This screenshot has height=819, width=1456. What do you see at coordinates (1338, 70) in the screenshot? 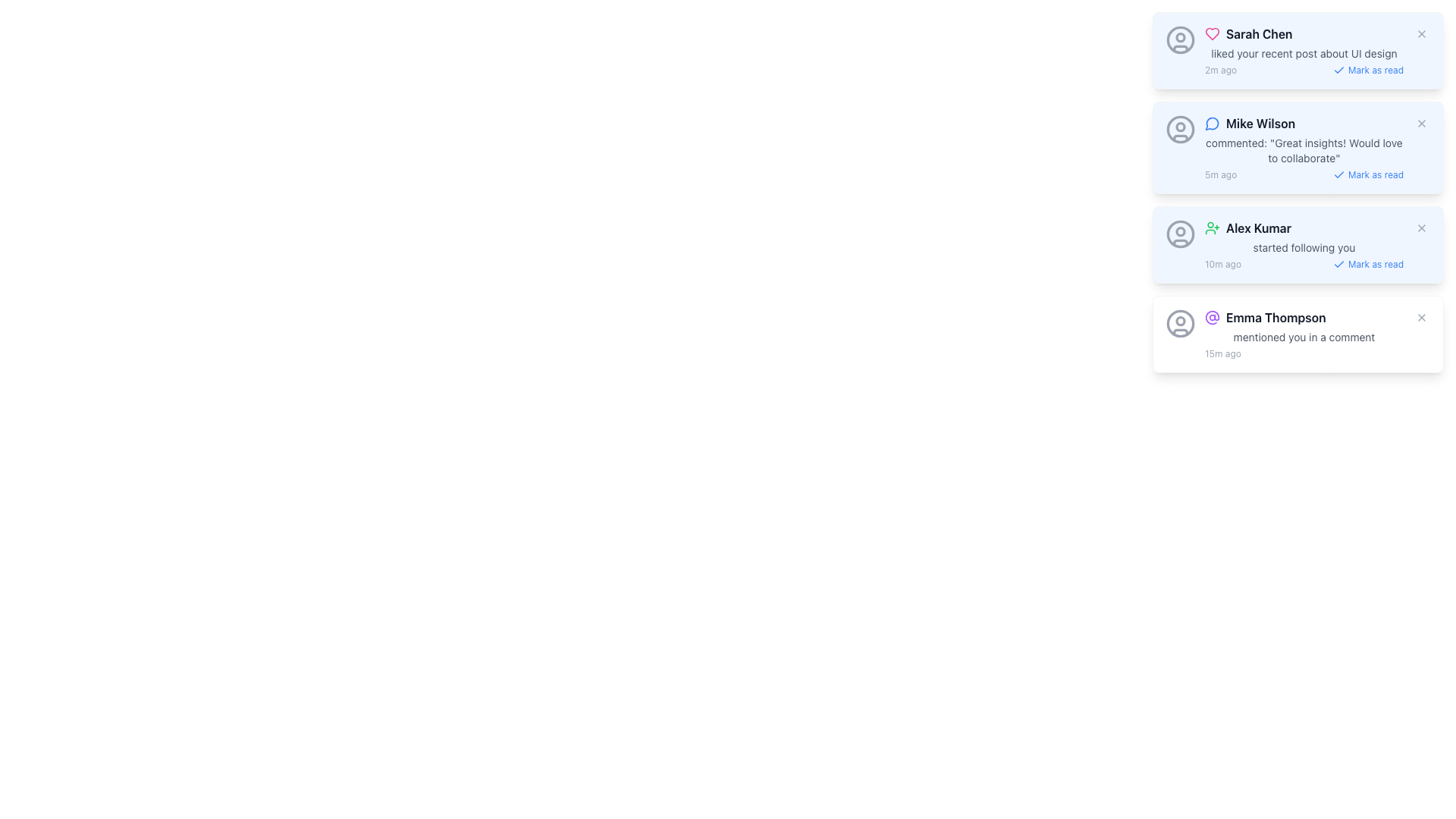
I see `the small checkmark icon located to the left of the 'Mark as read' text in the top notification card` at bounding box center [1338, 70].